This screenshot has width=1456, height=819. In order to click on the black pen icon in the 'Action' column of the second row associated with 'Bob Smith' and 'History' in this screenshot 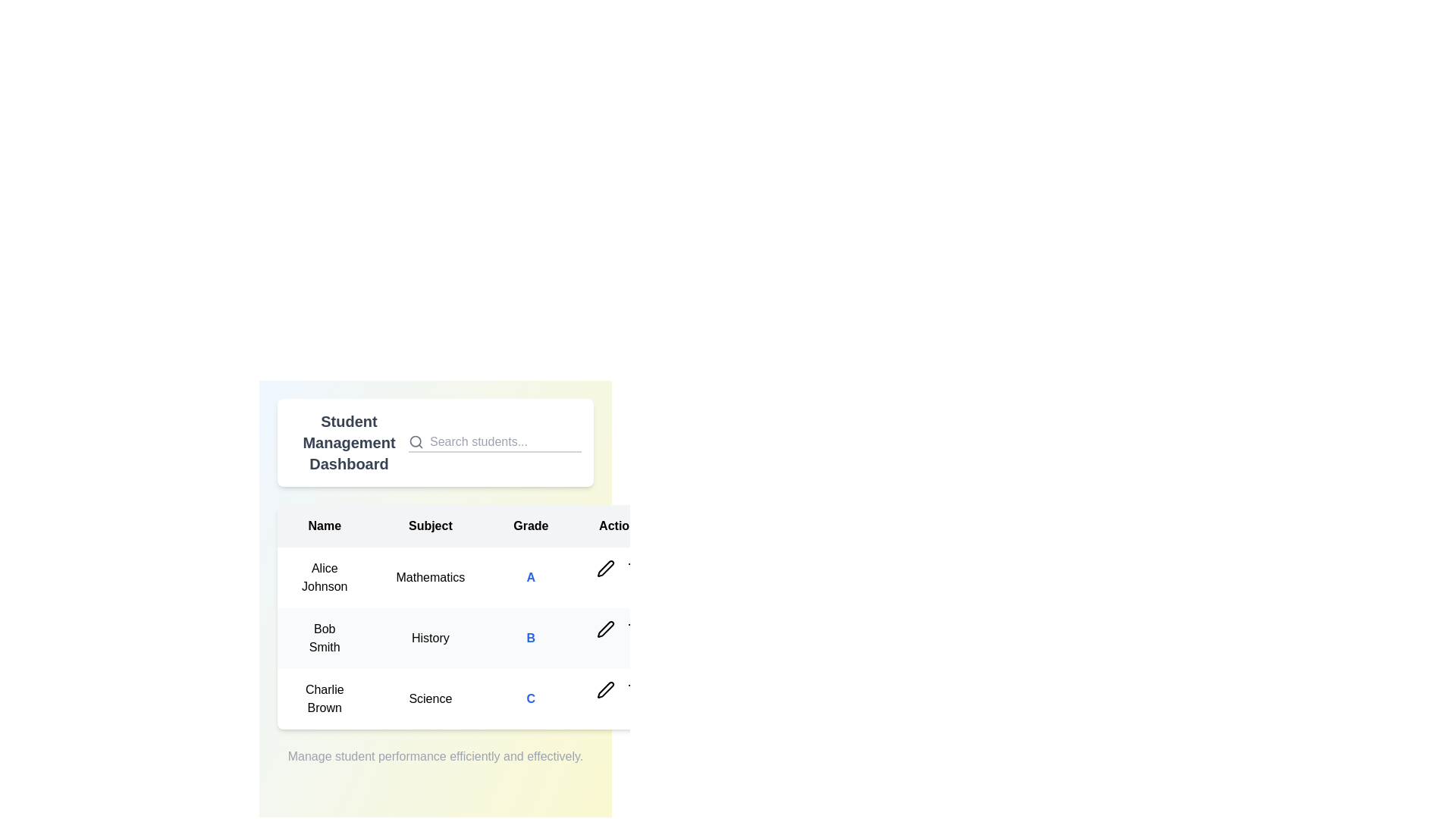, I will do `click(605, 629)`.